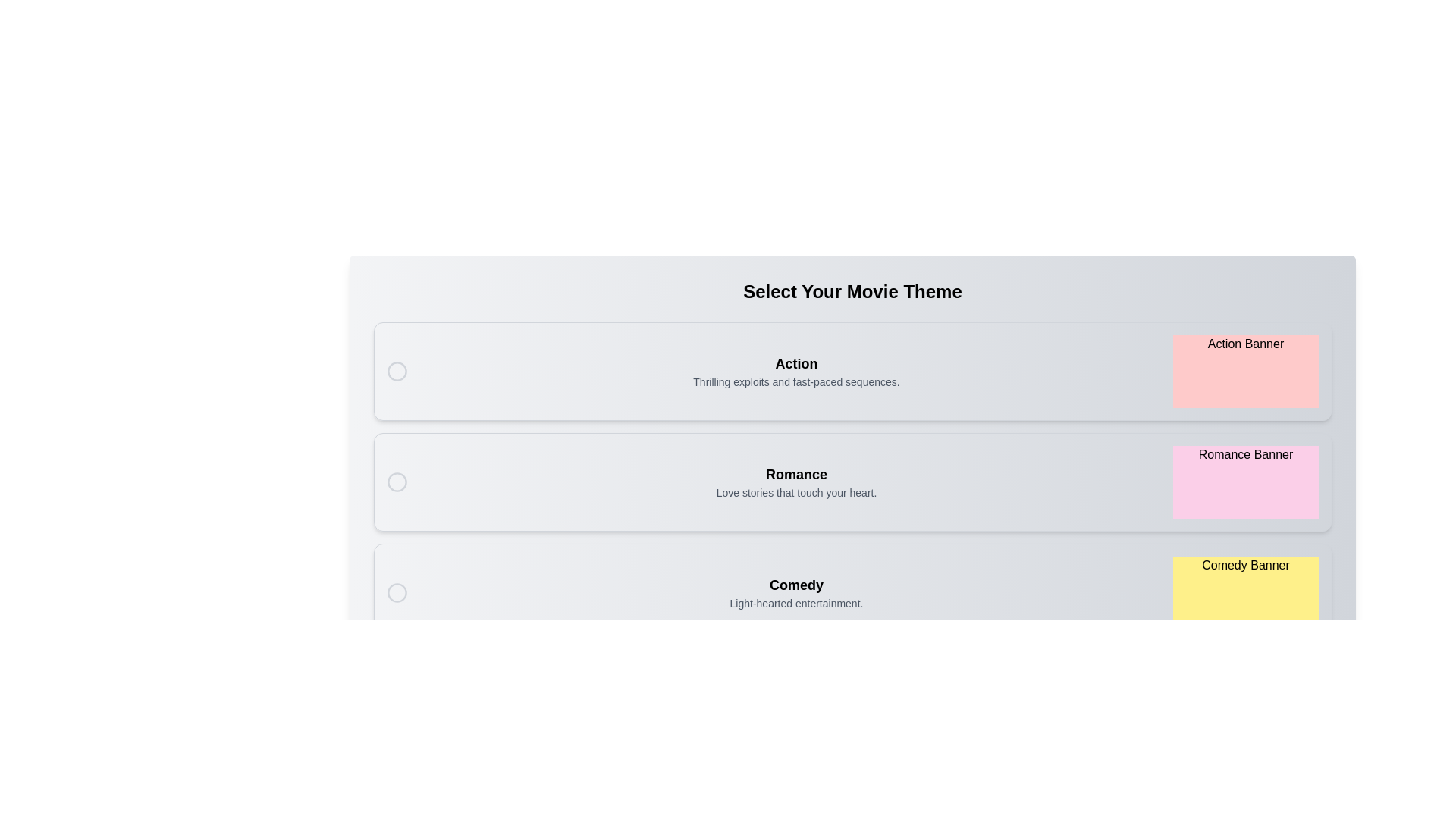  Describe the element at coordinates (397, 482) in the screenshot. I see `the radio button located in the leftmost region of the second row labeled 'Romance'` at that location.